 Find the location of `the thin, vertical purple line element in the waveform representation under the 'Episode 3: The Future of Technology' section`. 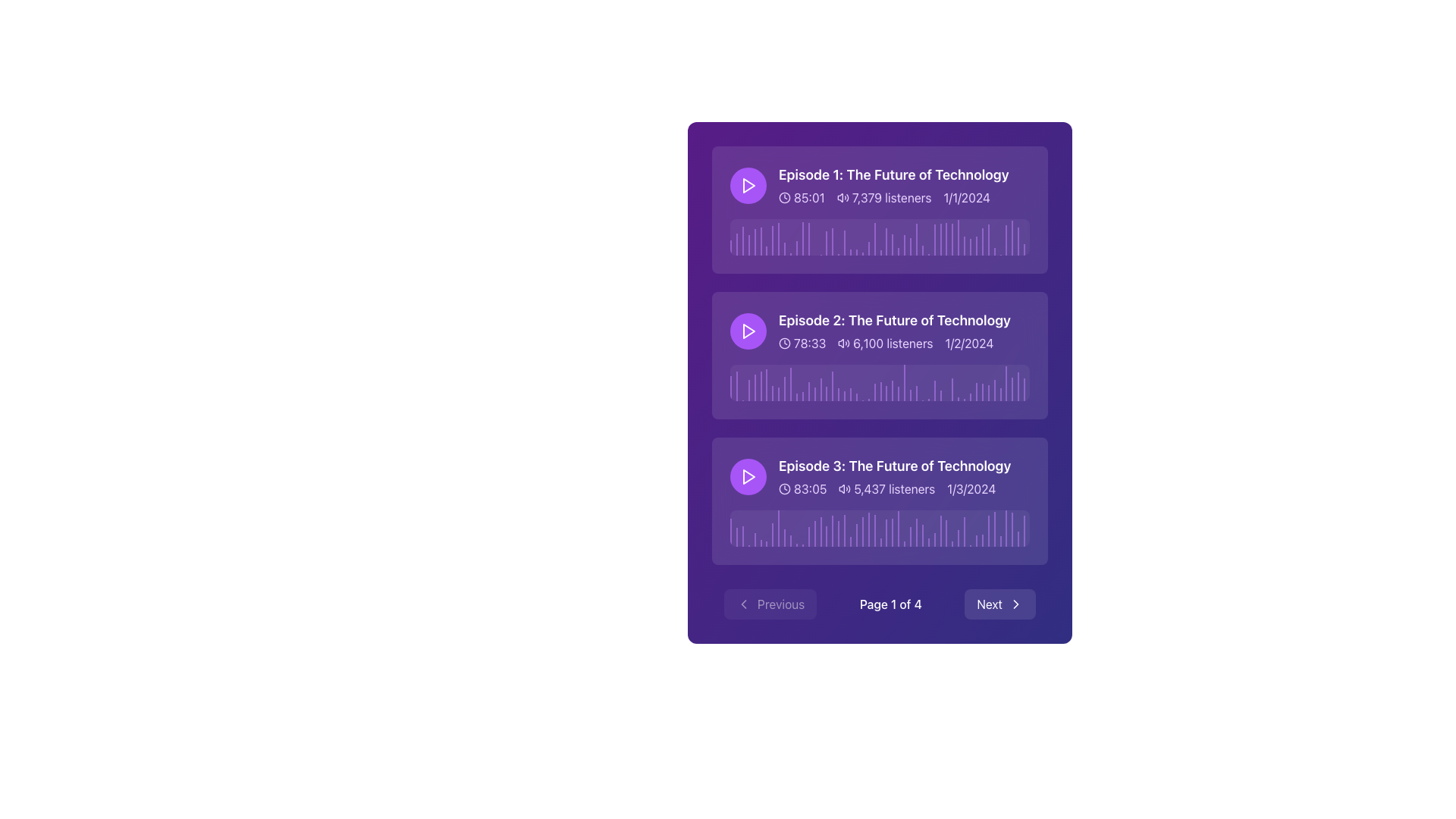

the thin, vertical purple line element in the waveform representation under the 'Episode 3: The Future of Technology' section is located at coordinates (789, 540).